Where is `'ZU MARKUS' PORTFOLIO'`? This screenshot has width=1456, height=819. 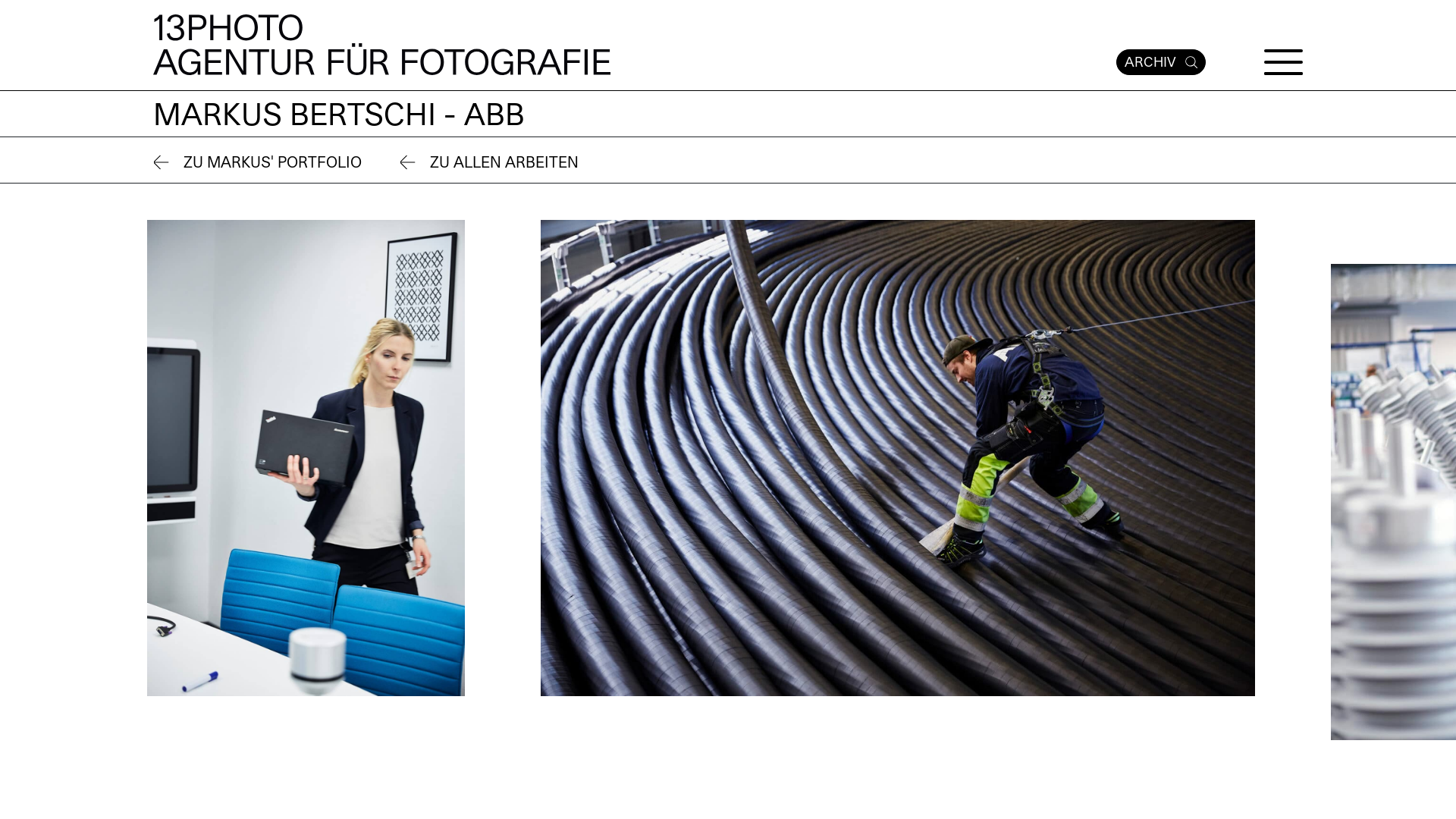
'ZU MARKUS' PORTFOLIO' is located at coordinates (257, 163).